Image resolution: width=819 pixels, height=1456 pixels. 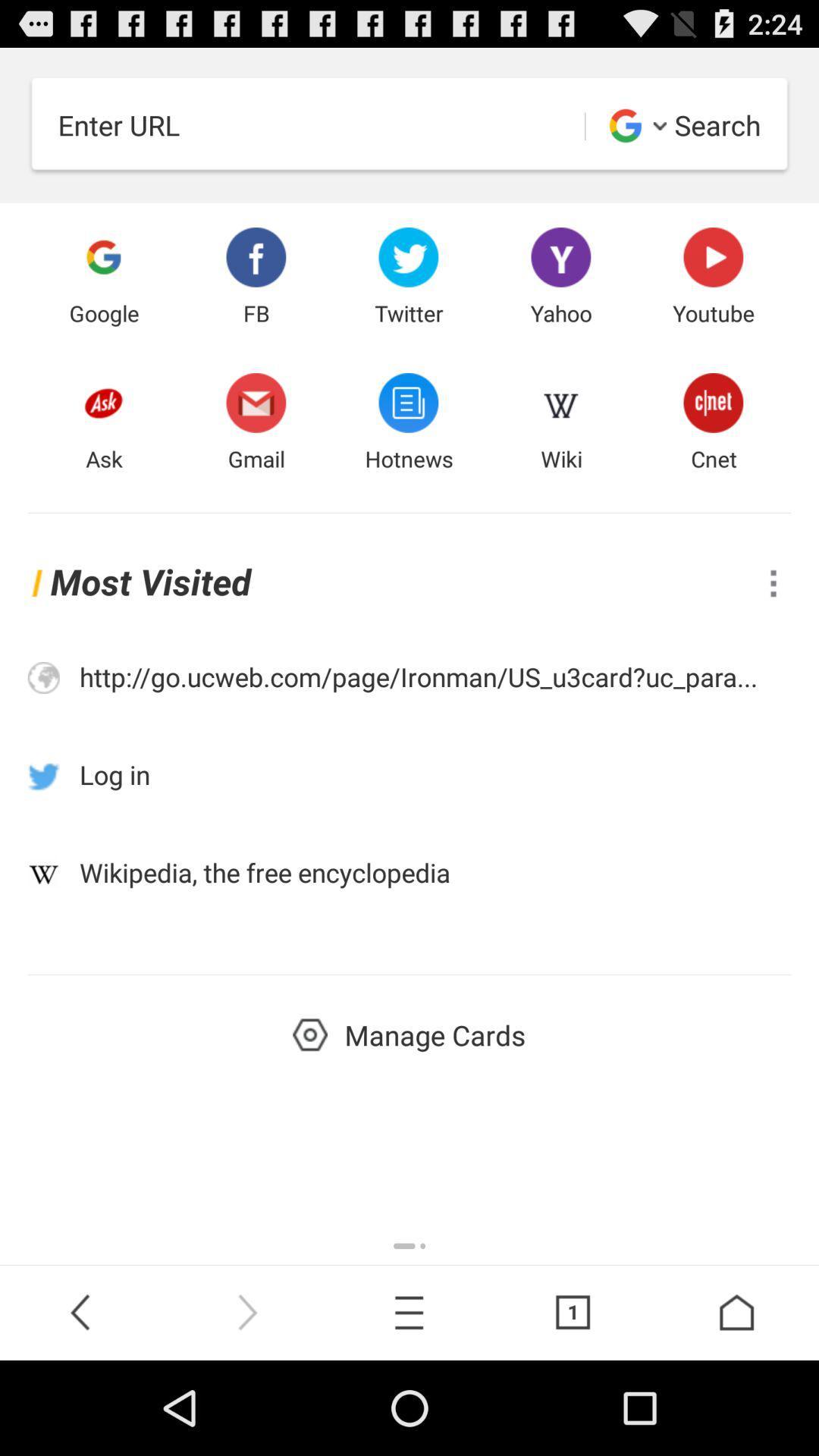 I want to click on open menu, so click(x=773, y=582).